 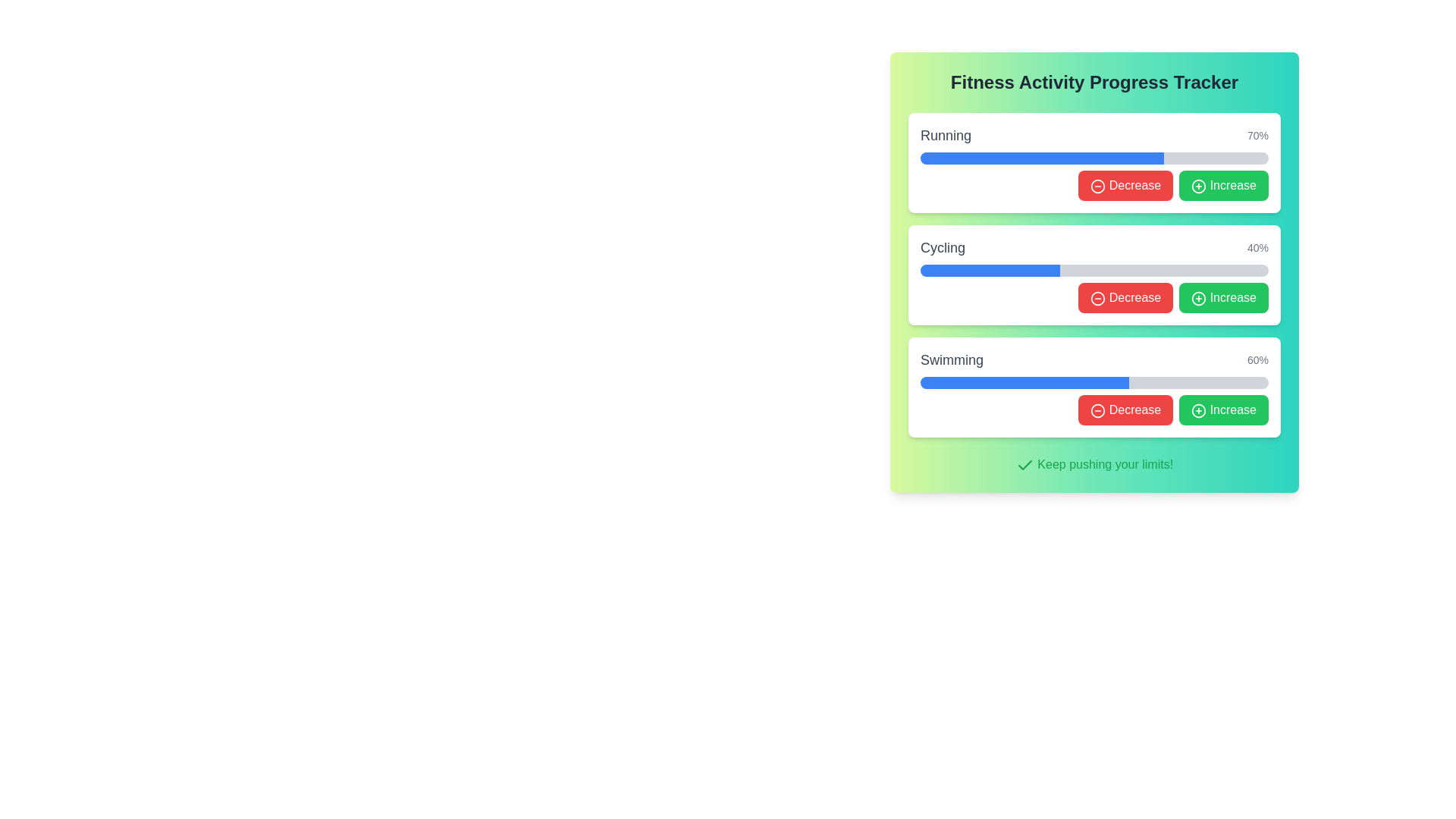 I want to click on the progress for cycling activity, so click(x=947, y=270).